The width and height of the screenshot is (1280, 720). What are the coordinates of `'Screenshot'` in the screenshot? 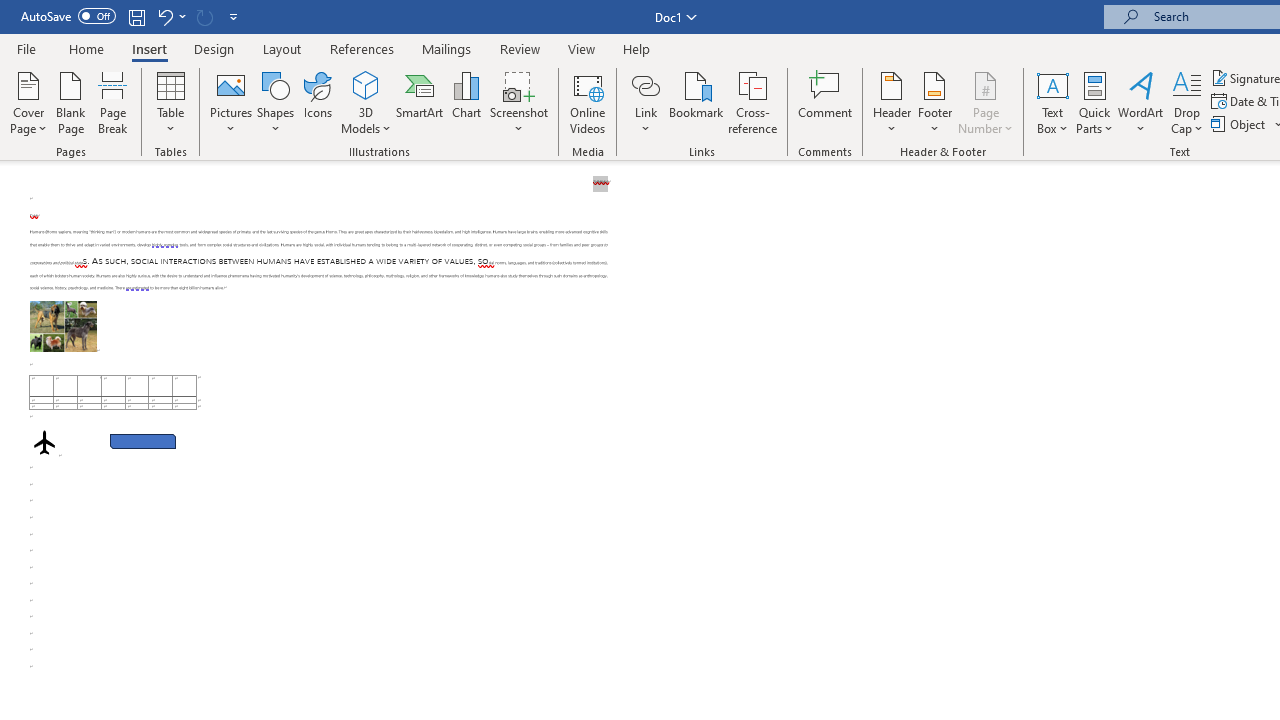 It's located at (519, 103).